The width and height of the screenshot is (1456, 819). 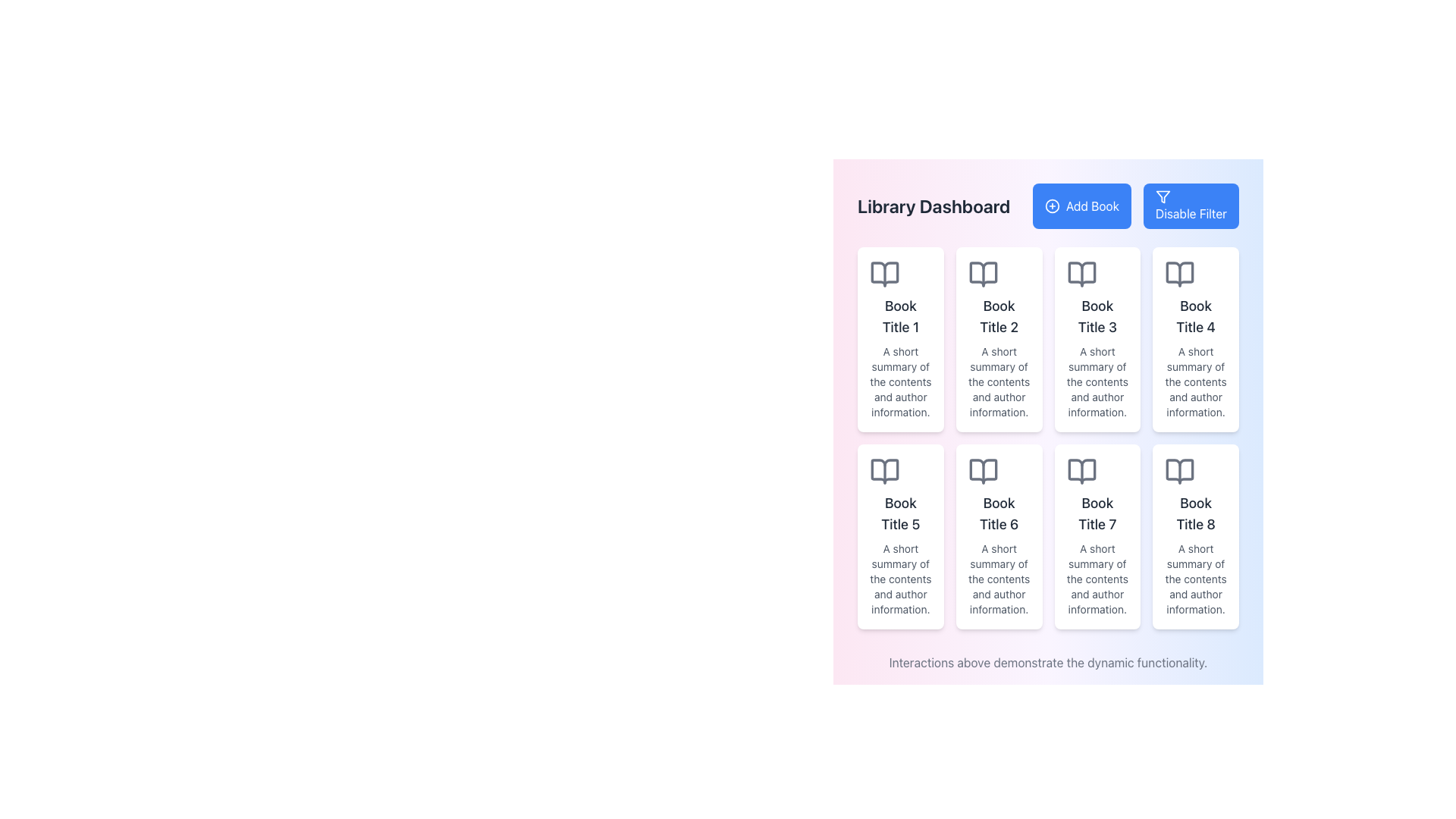 I want to click on the graphical representation of the funnel icon within the 'Disable Filter' button located at the top right of the interface, so click(x=1162, y=196).